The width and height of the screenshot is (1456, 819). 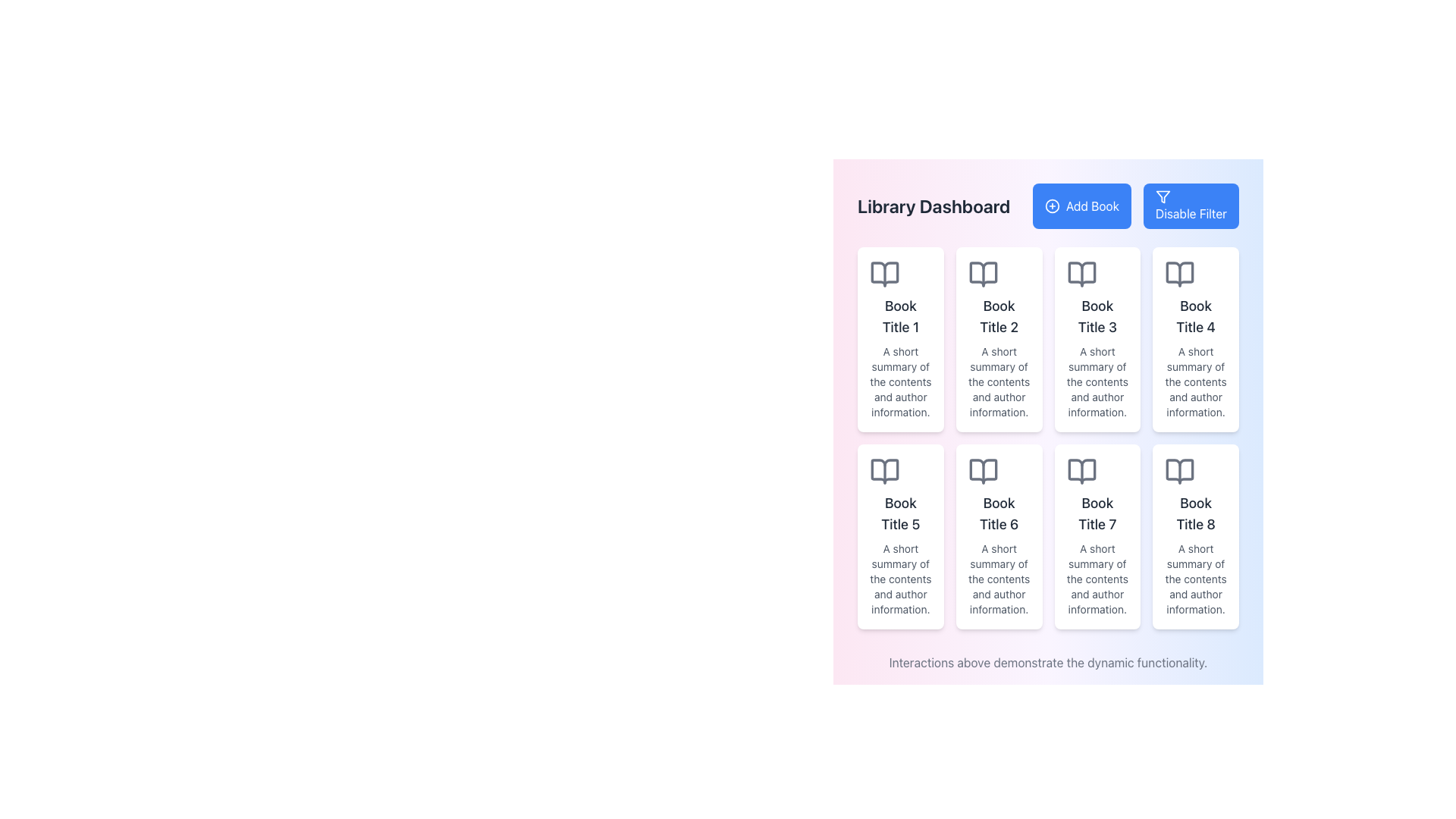 I want to click on the graphical representation of the funnel icon within the 'Disable Filter' button located at the top right of the interface, so click(x=1162, y=196).